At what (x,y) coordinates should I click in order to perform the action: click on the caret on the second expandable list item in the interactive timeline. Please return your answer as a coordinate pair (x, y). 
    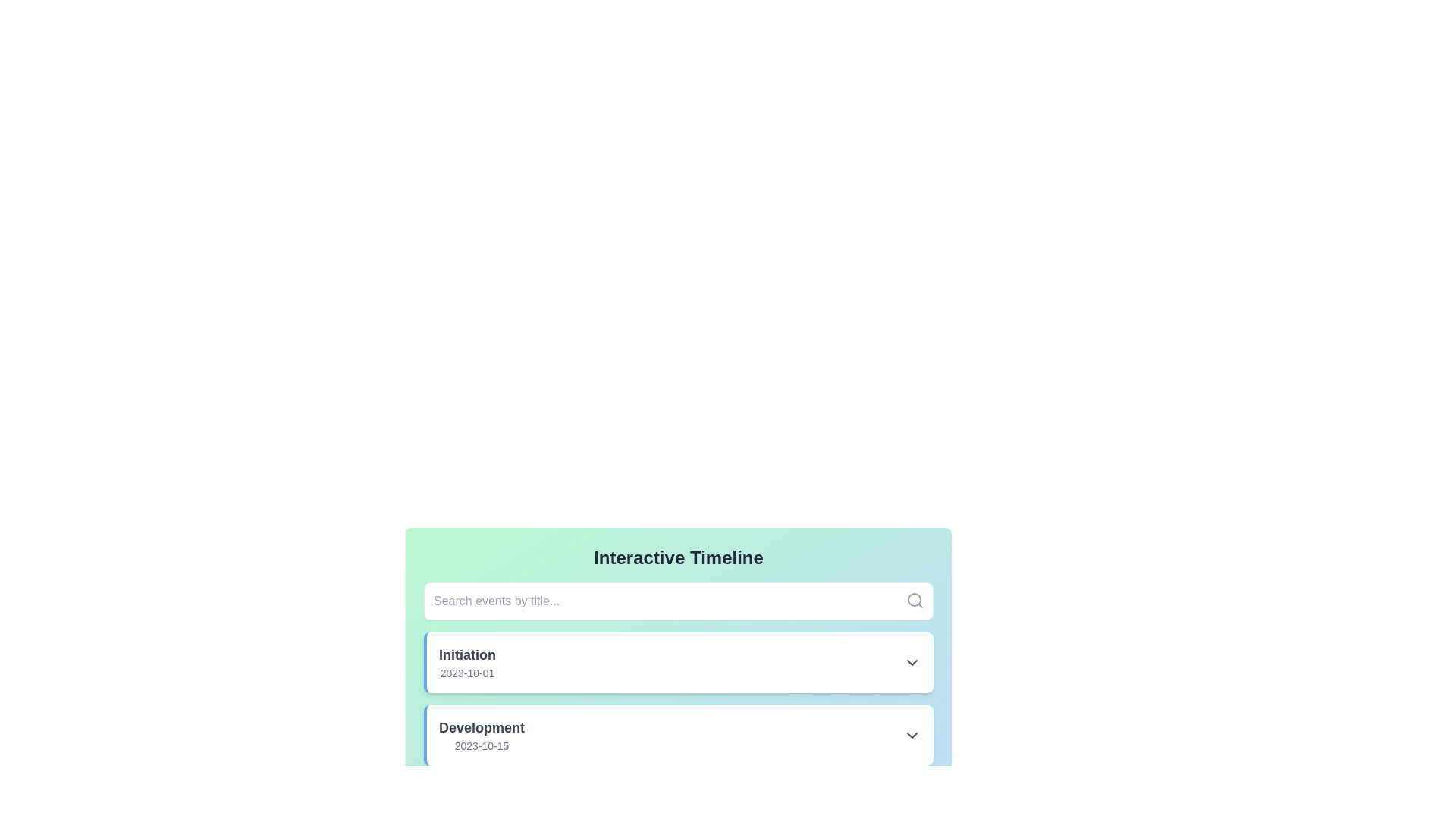
    Looking at the image, I should click on (679, 734).